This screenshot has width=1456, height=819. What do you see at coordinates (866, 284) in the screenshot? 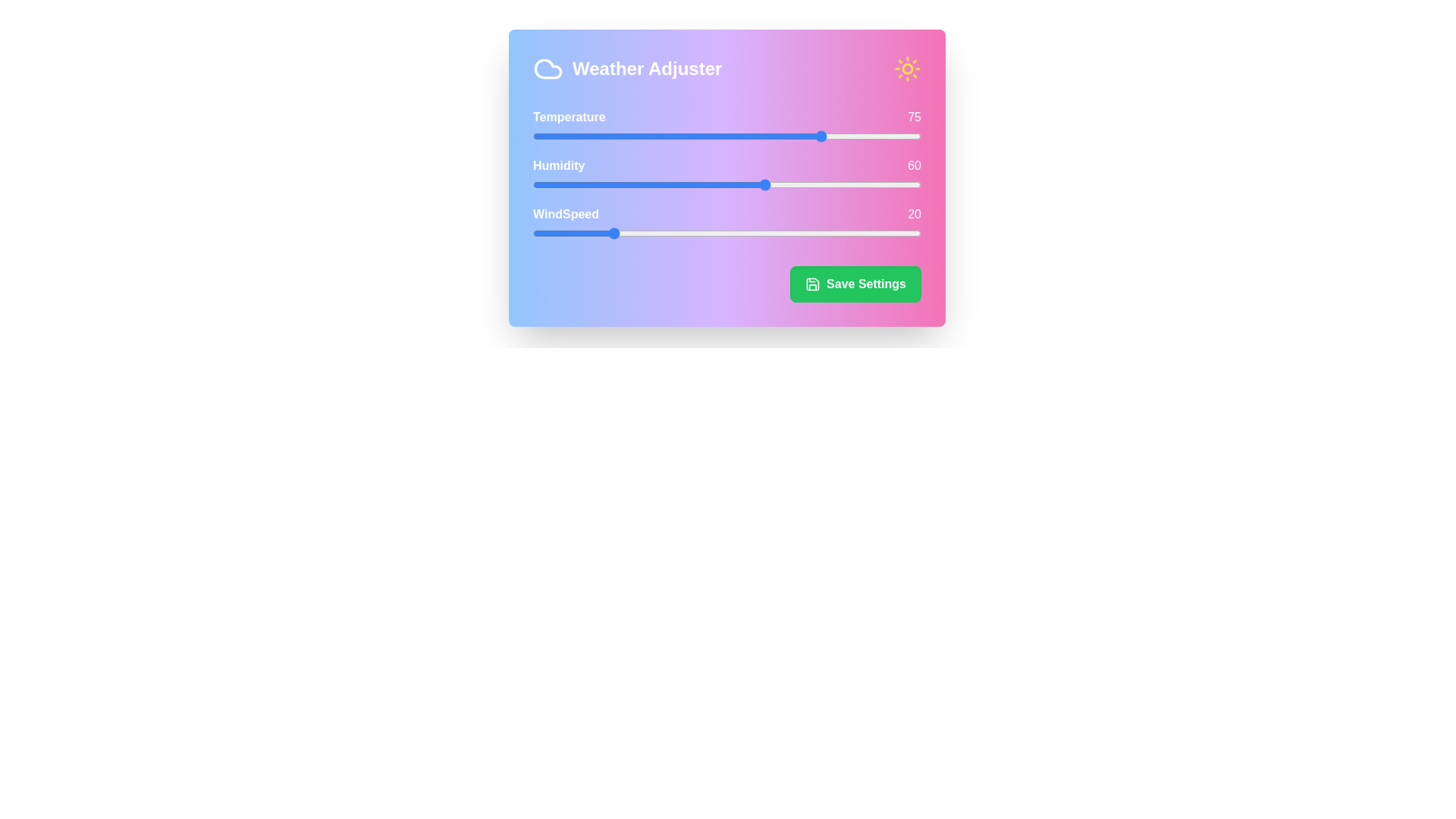
I see `the 'Save Settings' text label displayed in bold white font on a green background, which is located to the right of a floppy disk icon` at bounding box center [866, 284].